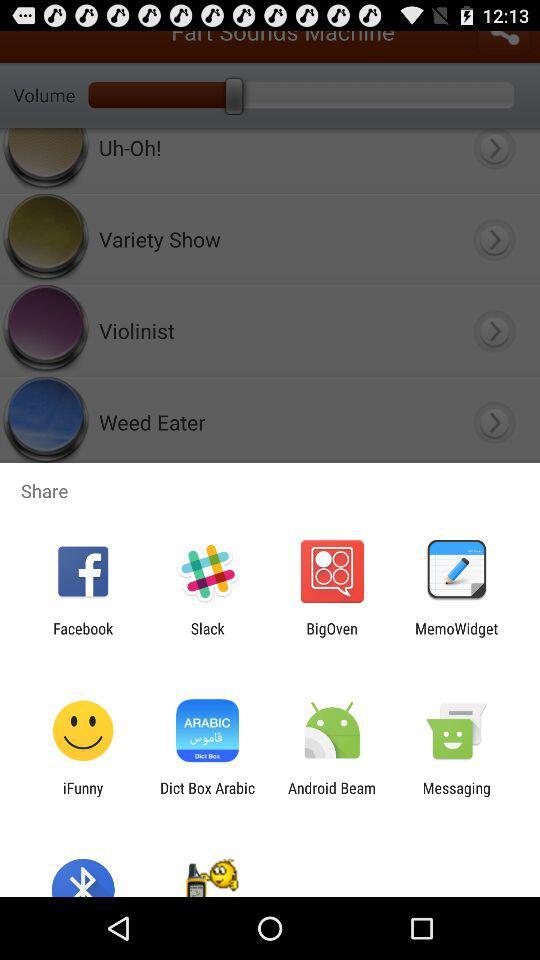  Describe the element at coordinates (332, 636) in the screenshot. I see `the icon to the right of the slack icon` at that location.